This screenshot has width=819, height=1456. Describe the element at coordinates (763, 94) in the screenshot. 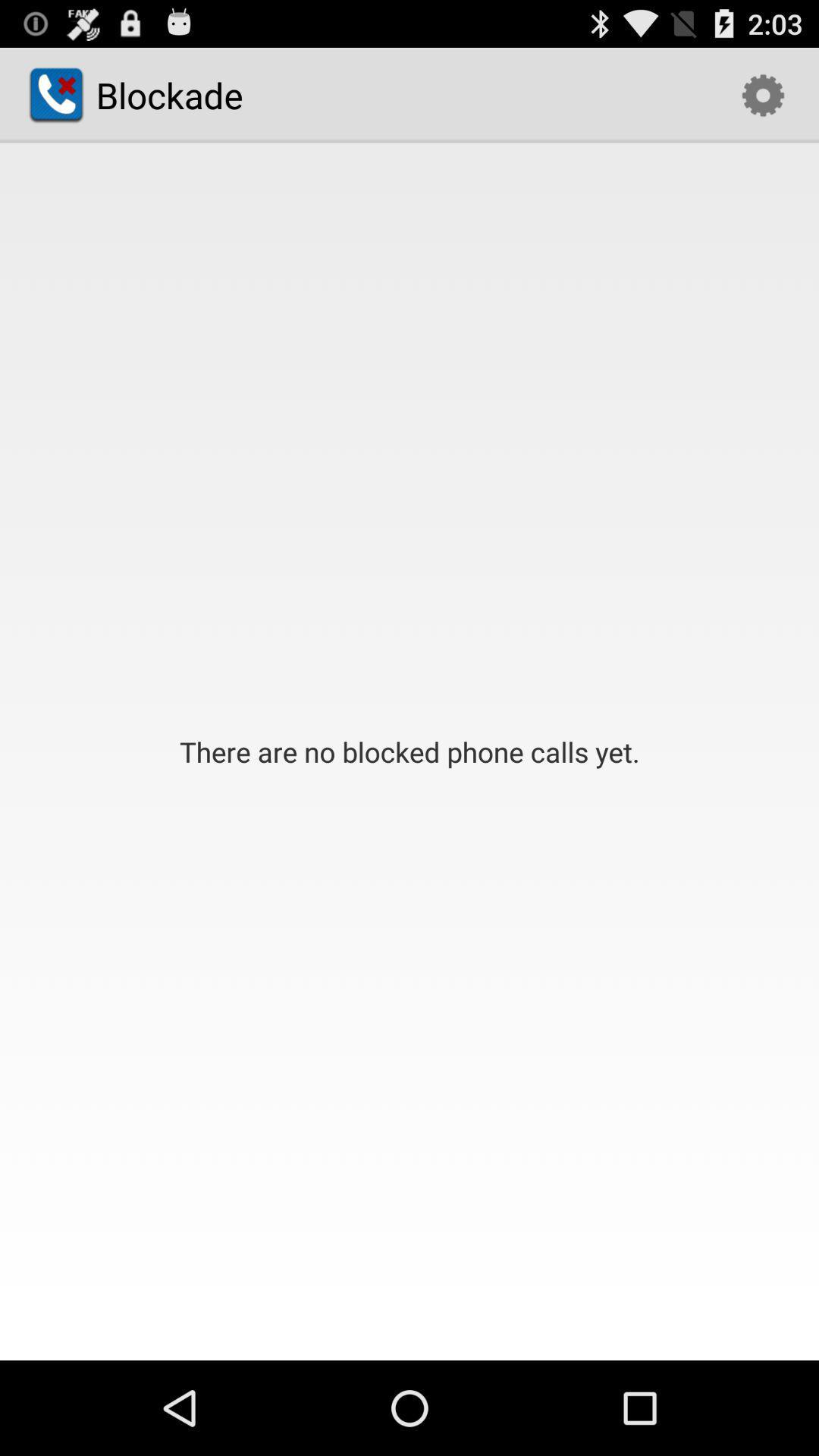

I see `the item to the right of the blockade icon` at that location.